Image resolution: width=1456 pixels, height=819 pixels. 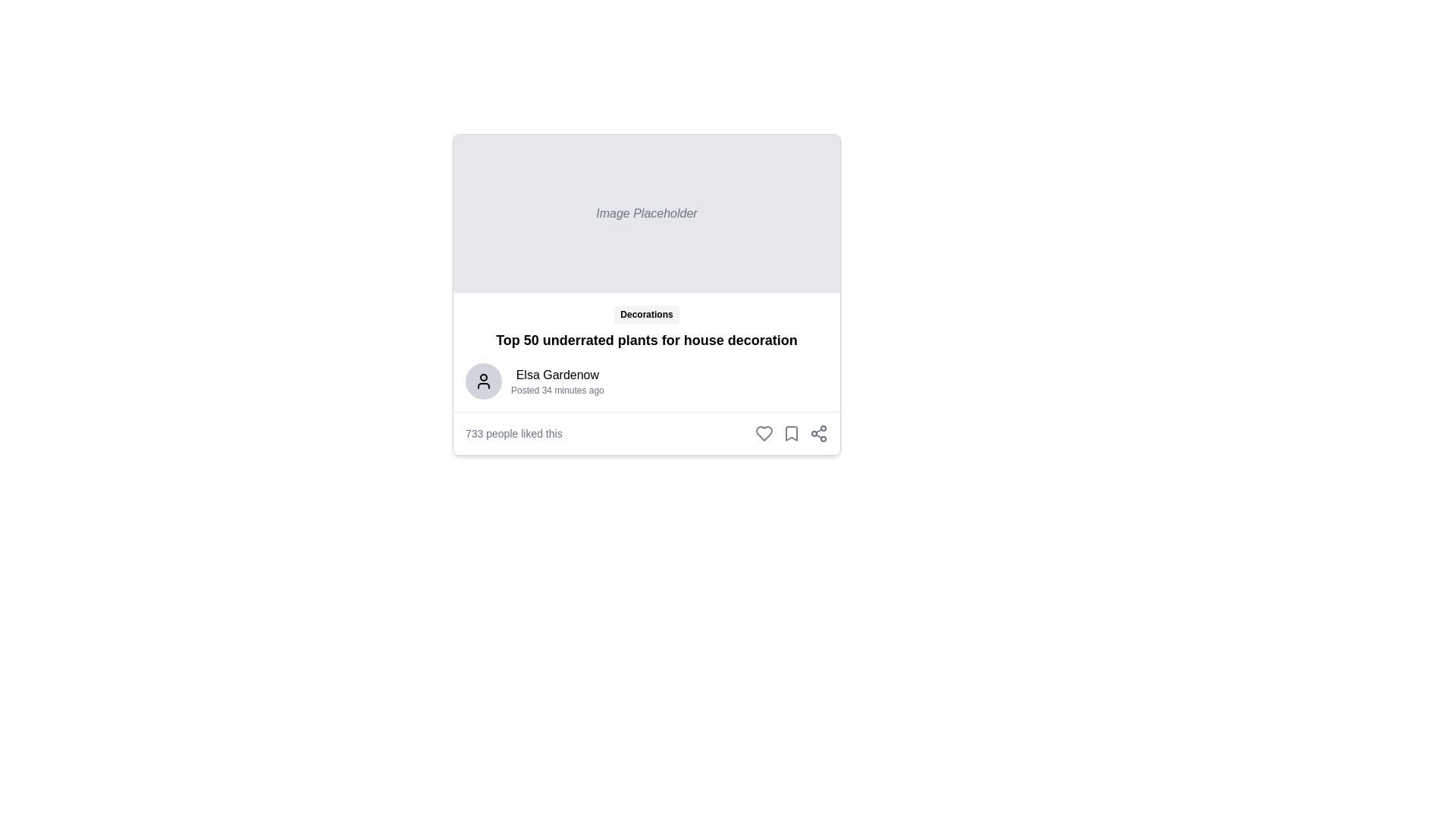 What do you see at coordinates (818, 433) in the screenshot?
I see `the 'share' button, which is represented by an icon of three circles connected by two lines, located at the far-right end of the row of interactive icons` at bounding box center [818, 433].